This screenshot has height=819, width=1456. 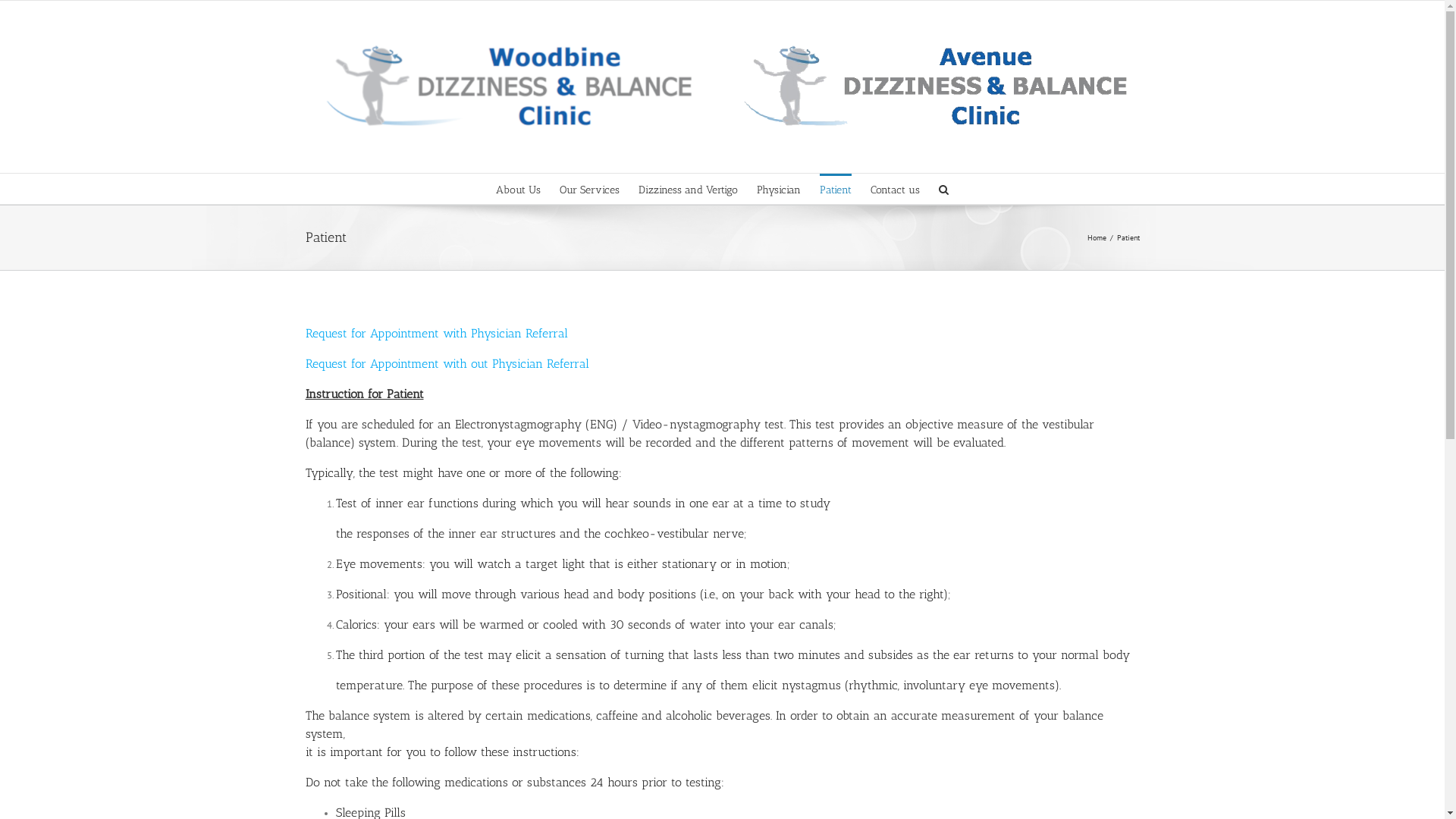 What do you see at coordinates (687, 188) in the screenshot?
I see `'Dizziness and Vertigo'` at bounding box center [687, 188].